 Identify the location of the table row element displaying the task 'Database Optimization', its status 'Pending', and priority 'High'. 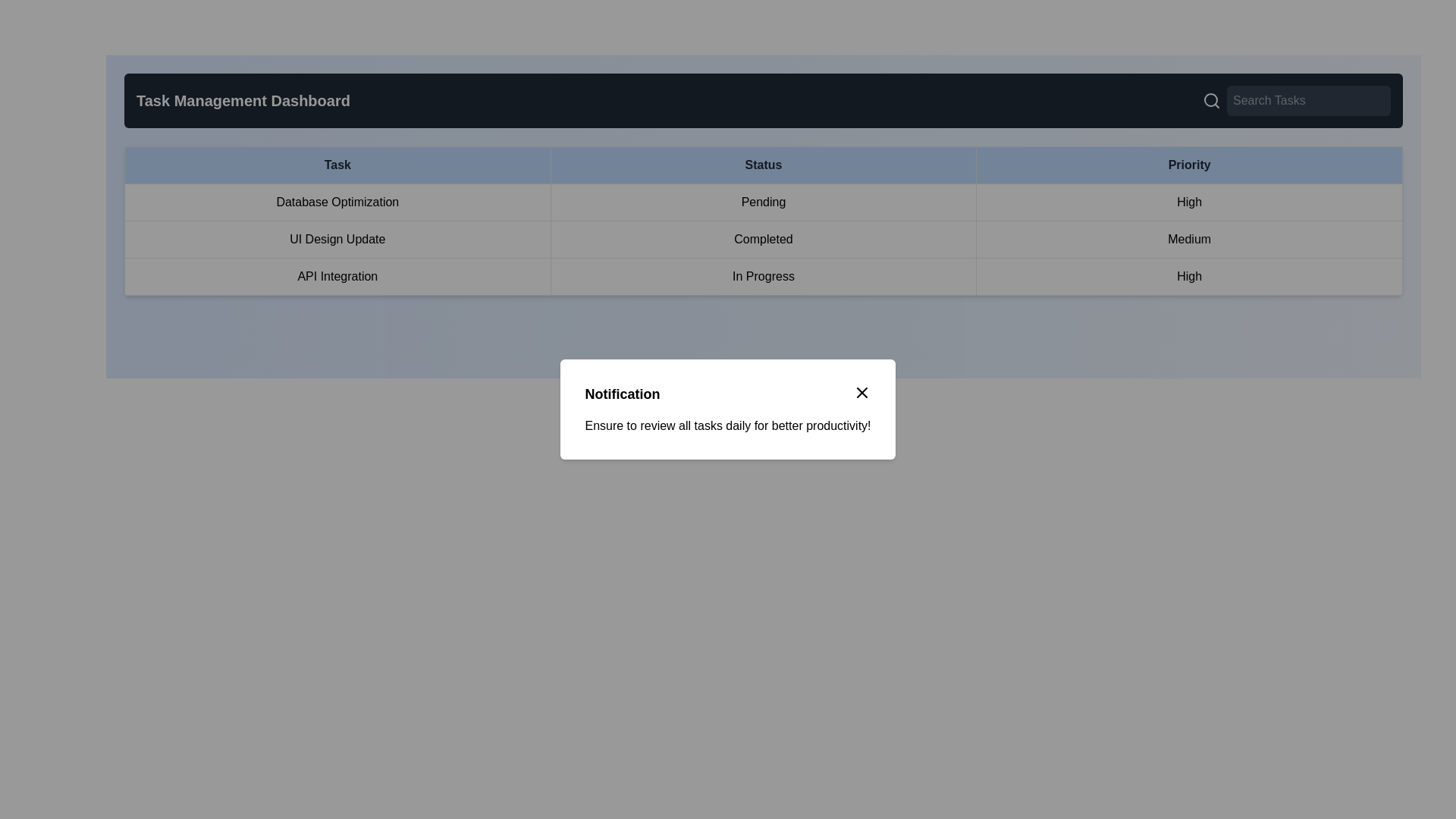
(764, 201).